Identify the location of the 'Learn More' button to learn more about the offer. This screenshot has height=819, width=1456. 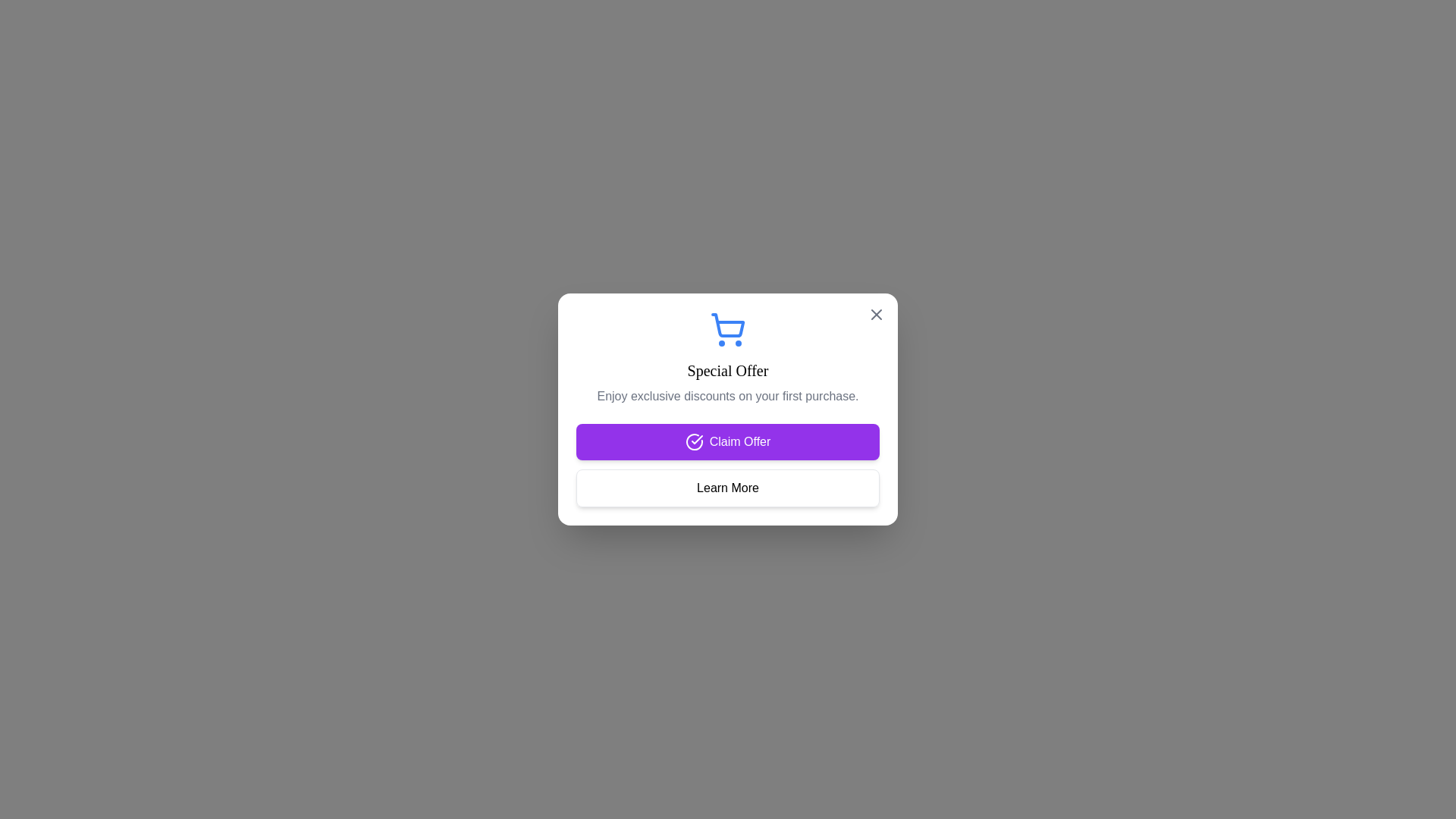
(728, 488).